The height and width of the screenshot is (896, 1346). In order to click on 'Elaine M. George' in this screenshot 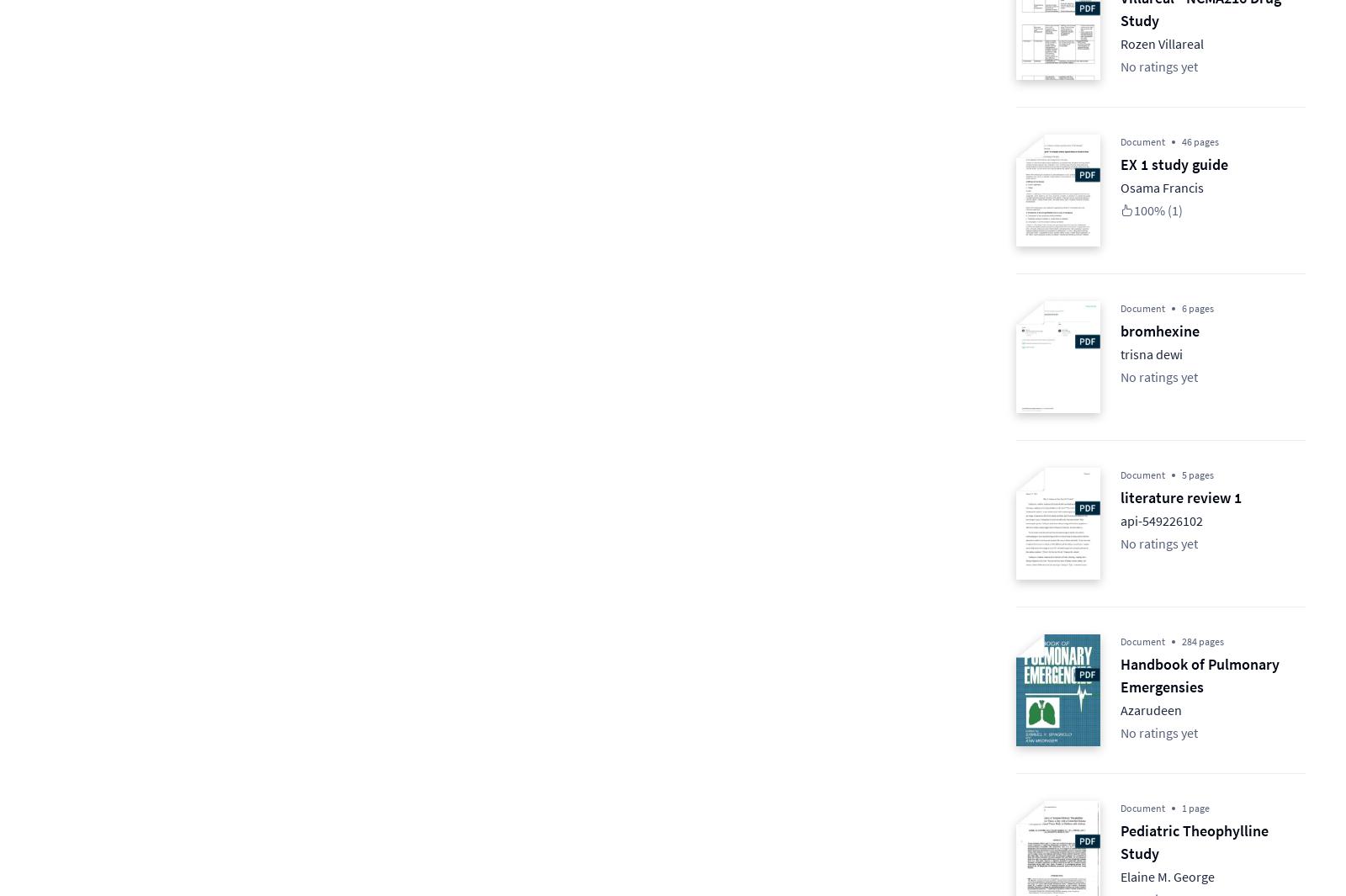, I will do `click(1167, 876)`.